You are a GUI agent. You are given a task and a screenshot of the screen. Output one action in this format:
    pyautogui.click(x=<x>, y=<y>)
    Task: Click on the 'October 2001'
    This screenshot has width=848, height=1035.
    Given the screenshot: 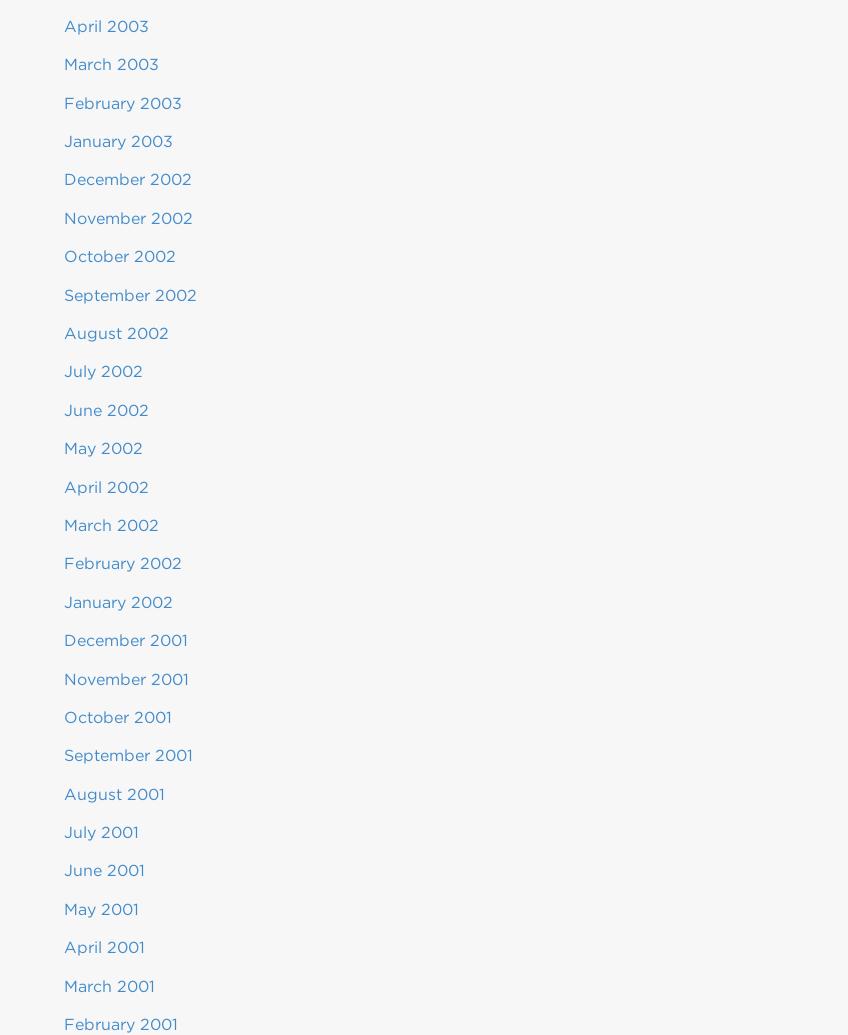 What is the action you would take?
    pyautogui.click(x=117, y=715)
    